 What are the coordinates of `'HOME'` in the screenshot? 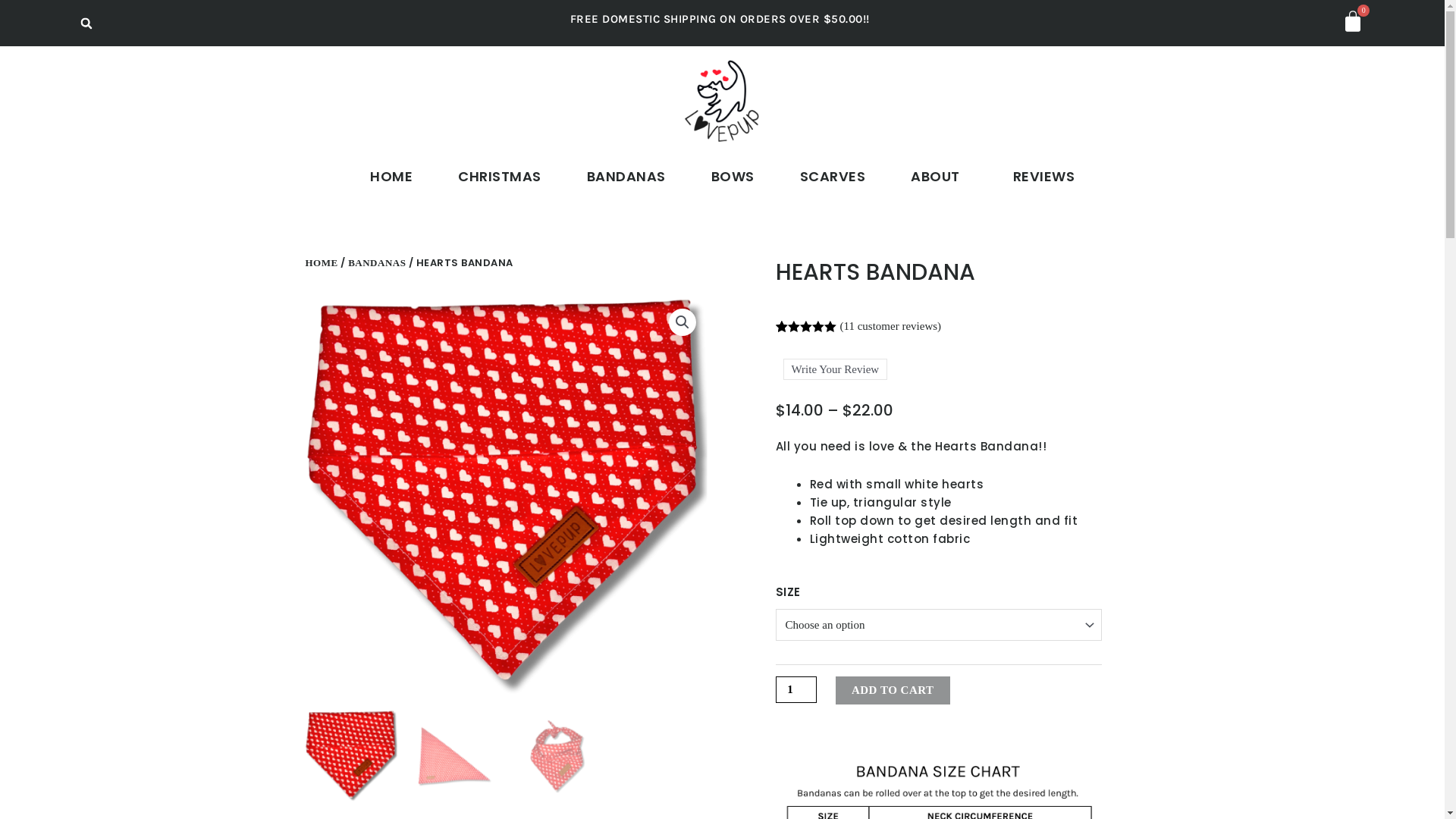 It's located at (391, 175).